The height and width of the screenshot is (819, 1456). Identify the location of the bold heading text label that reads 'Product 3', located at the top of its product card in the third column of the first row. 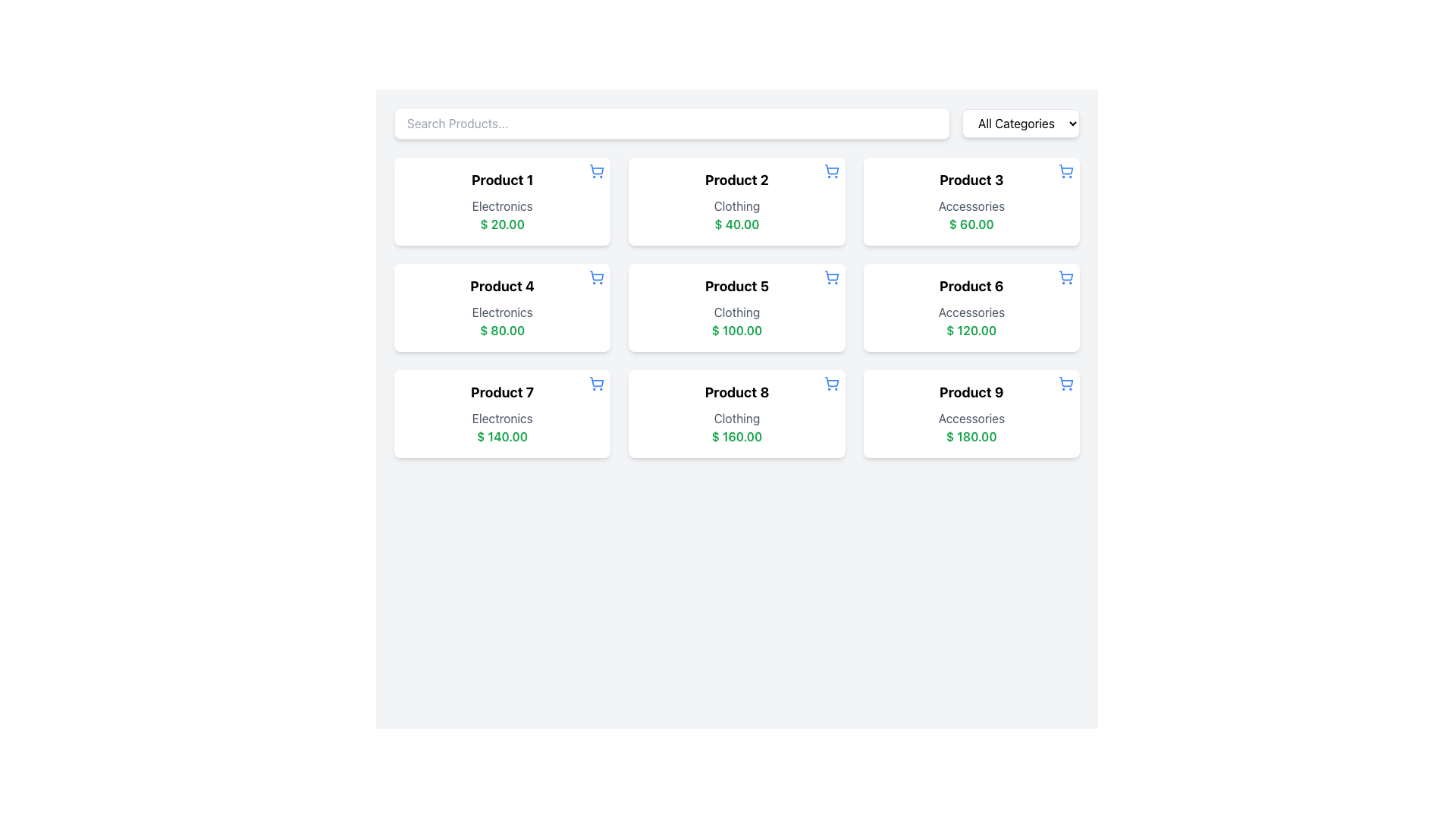
(971, 180).